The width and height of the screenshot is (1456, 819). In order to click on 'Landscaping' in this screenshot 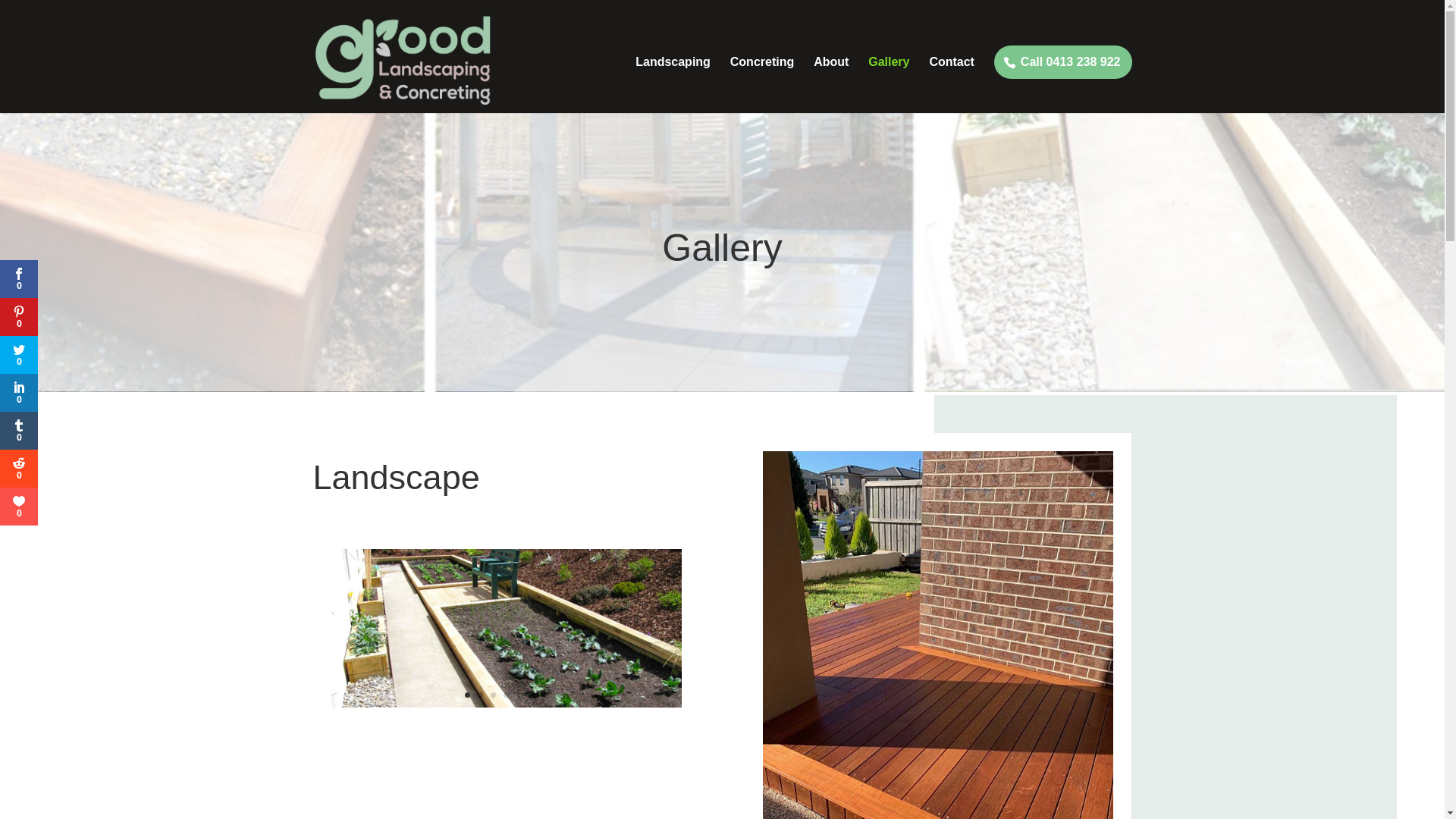, I will do `click(672, 84)`.